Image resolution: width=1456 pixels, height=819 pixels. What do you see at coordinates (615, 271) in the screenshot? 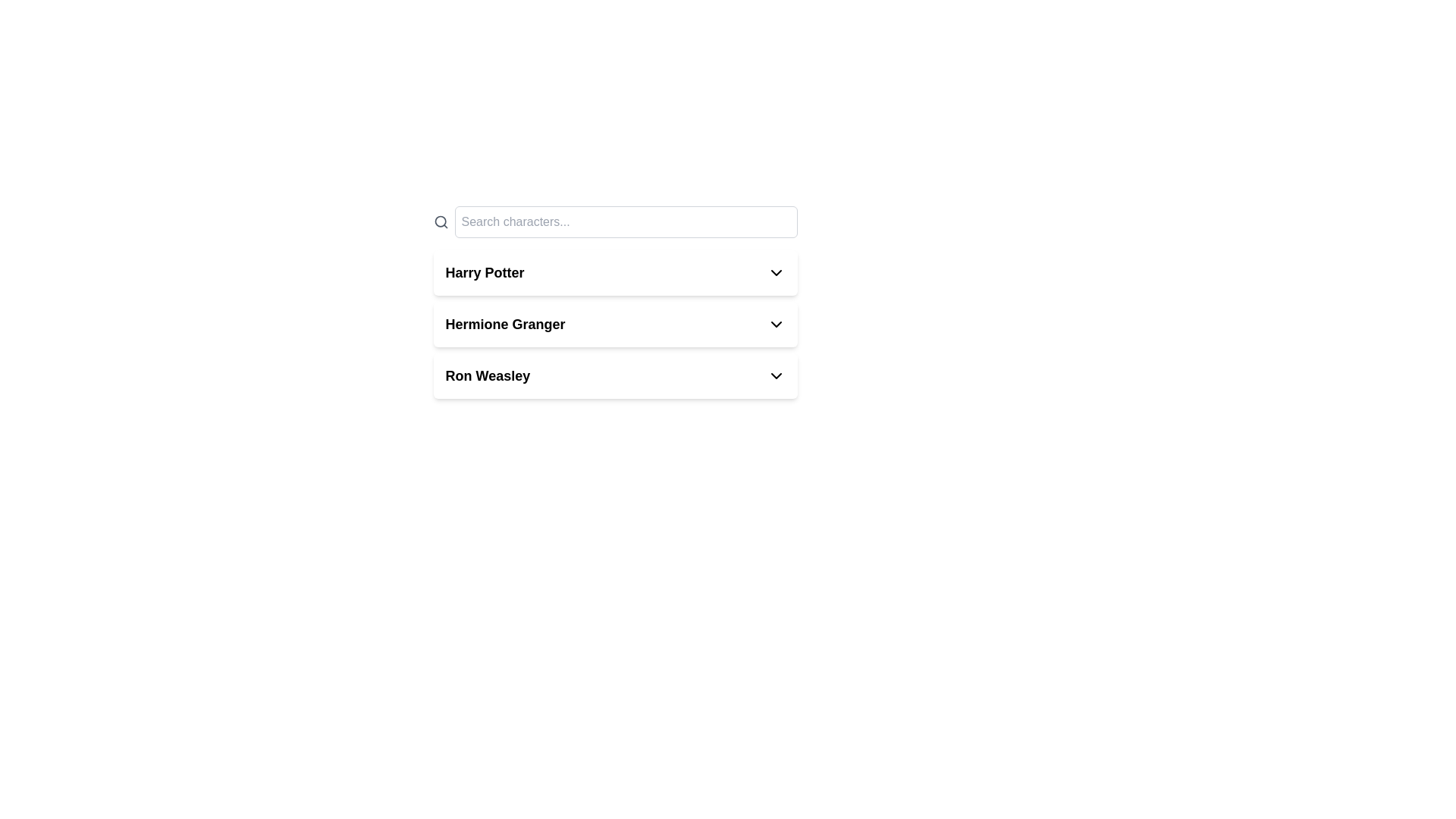
I see `the dropdown option for 'Harry Potter'` at bounding box center [615, 271].